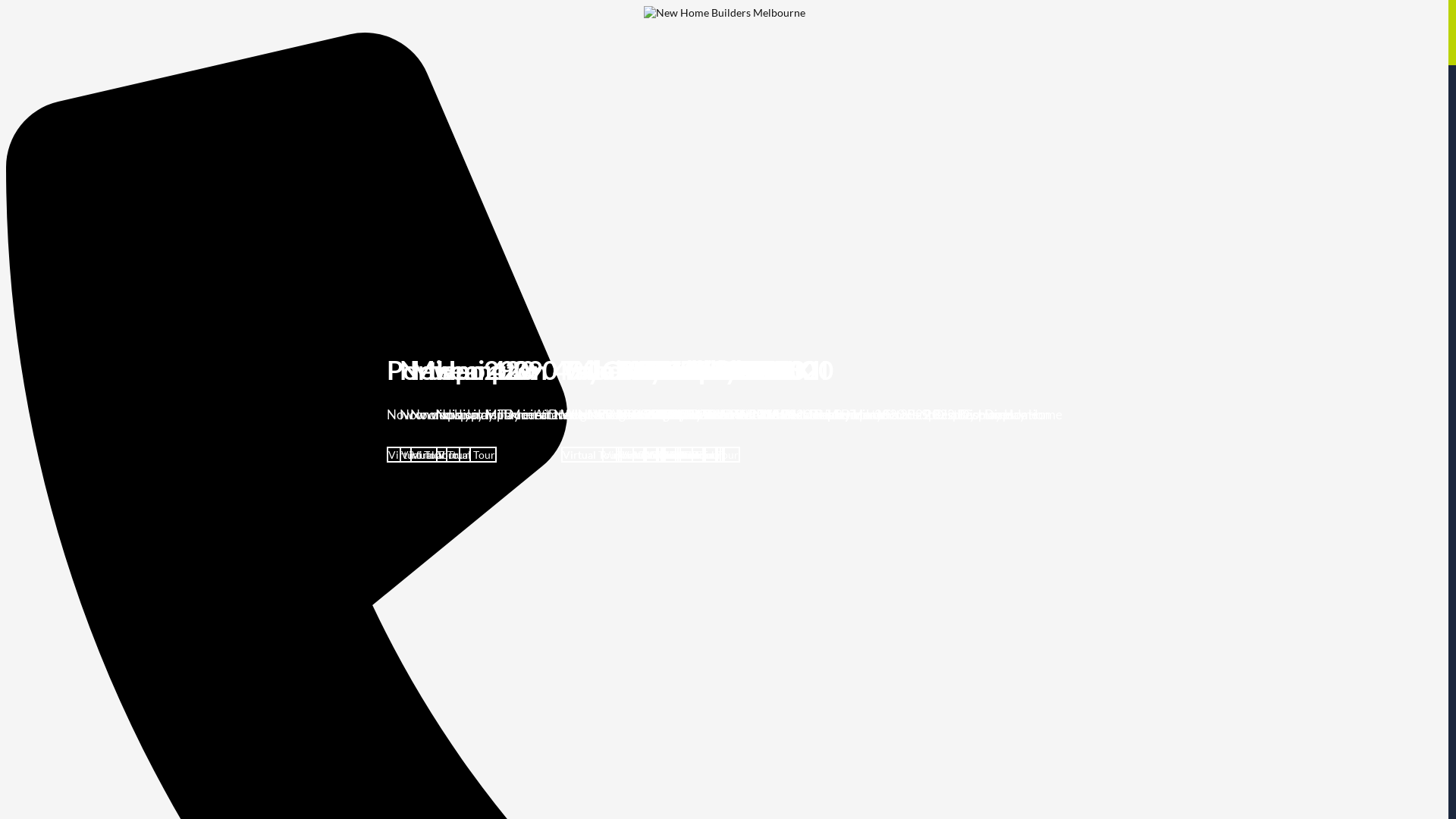  What do you see at coordinates (439, 453) in the screenshot?
I see `'Virtual Tour'` at bounding box center [439, 453].